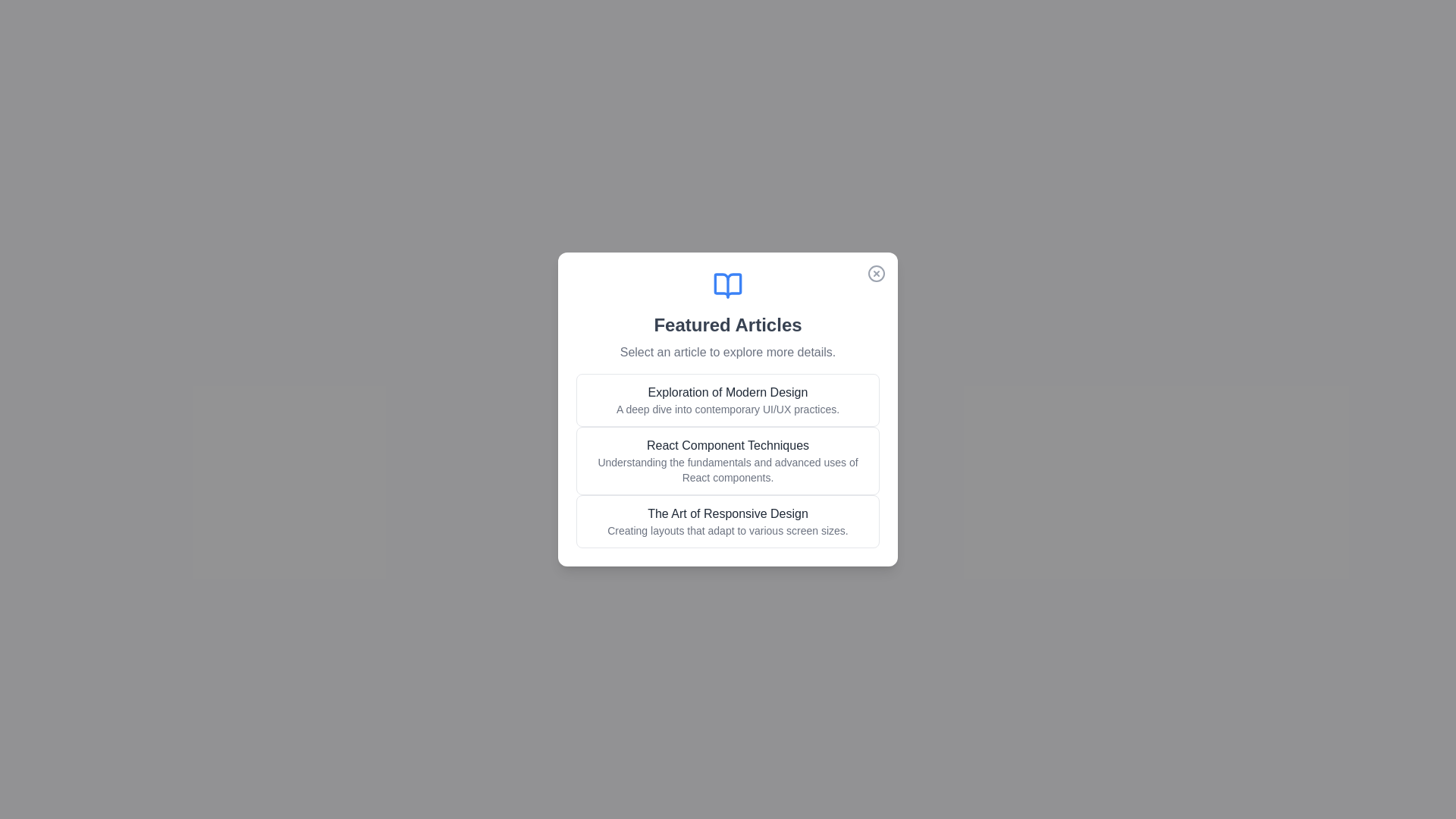 The image size is (1456, 819). I want to click on the article titled Exploration of Modern Design from the list, so click(728, 400).